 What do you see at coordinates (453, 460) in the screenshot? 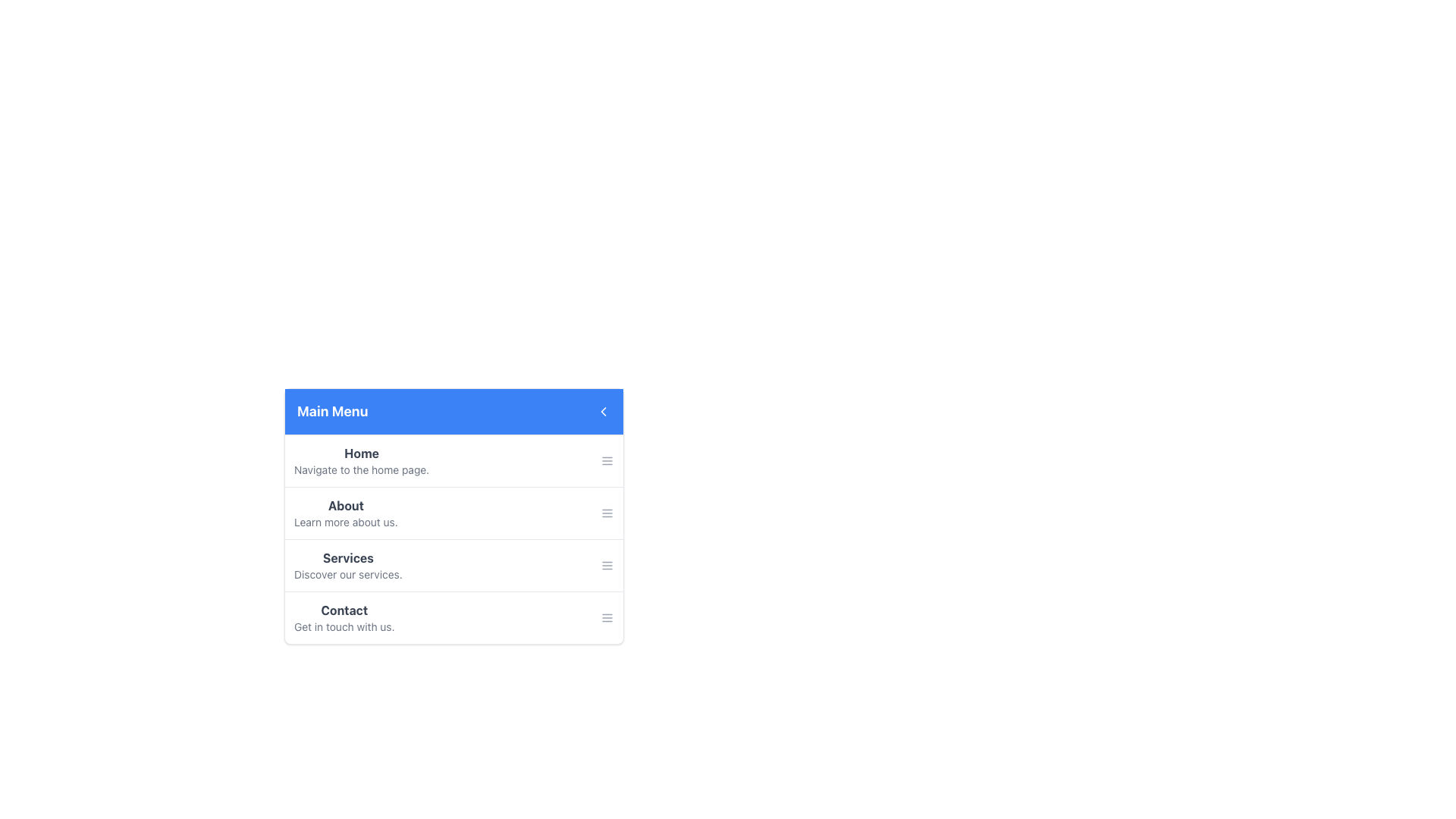
I see `the navigation menu item labeled 'Home', which is the first item in the list under 'Main Menu', to trigger possible visual feedback` at bounding box center [453, 460].